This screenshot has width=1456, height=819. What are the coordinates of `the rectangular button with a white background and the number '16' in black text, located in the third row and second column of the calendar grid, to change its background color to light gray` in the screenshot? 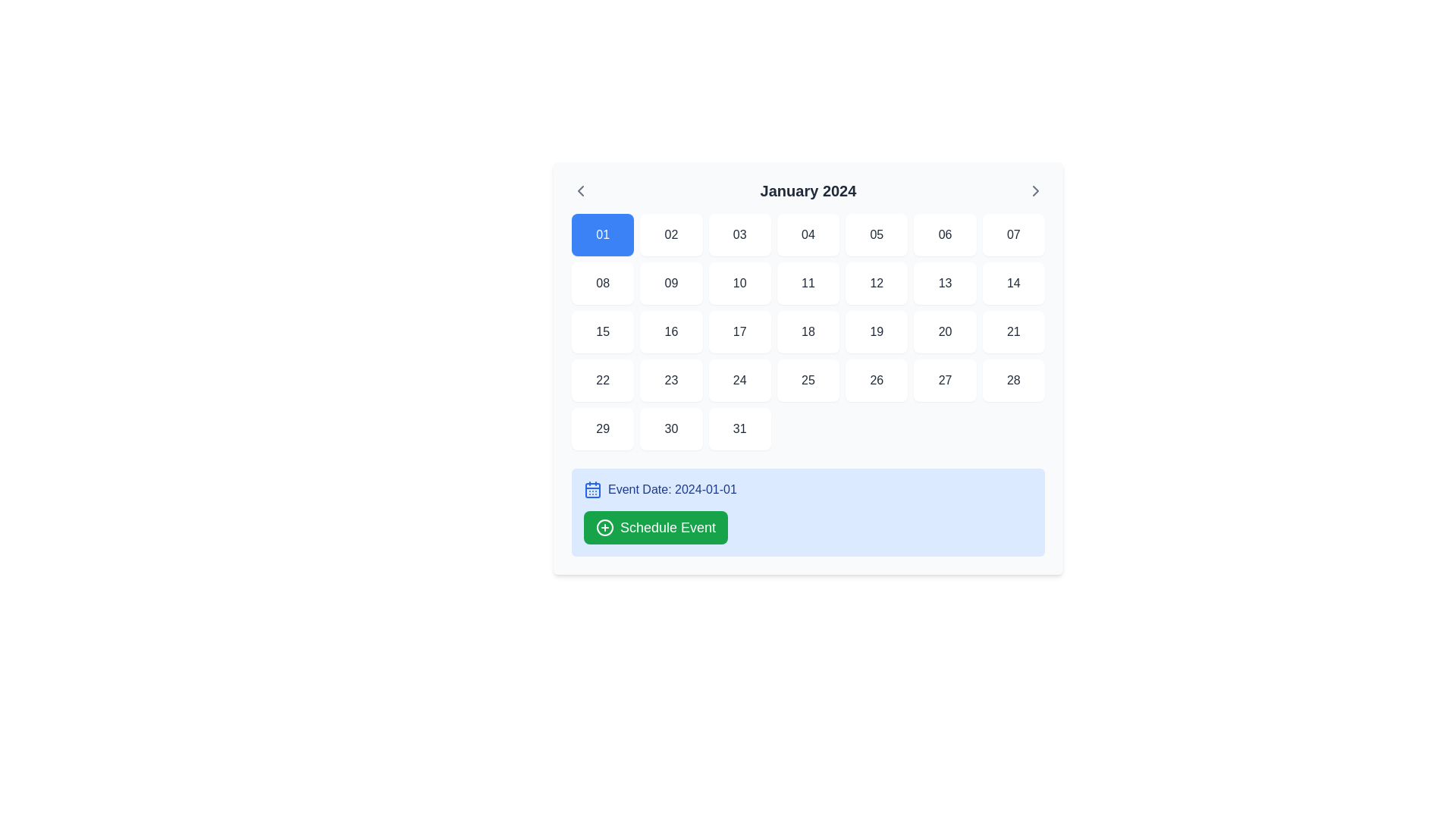 It's located at (670, 331).